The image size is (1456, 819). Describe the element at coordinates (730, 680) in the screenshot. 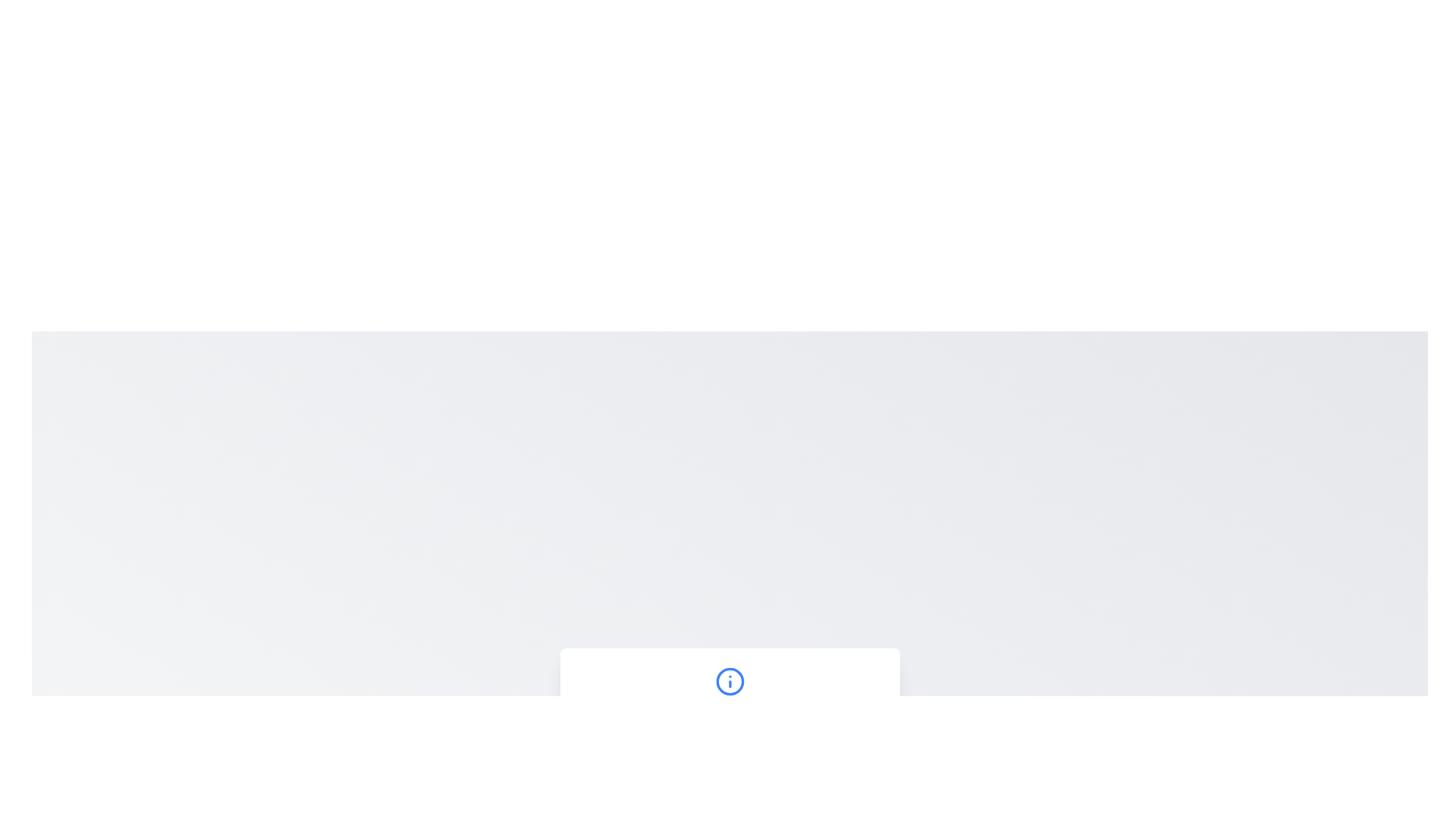

I see `the informational cue icon located just below the 'Action Confirmation Required' heading` at that location.